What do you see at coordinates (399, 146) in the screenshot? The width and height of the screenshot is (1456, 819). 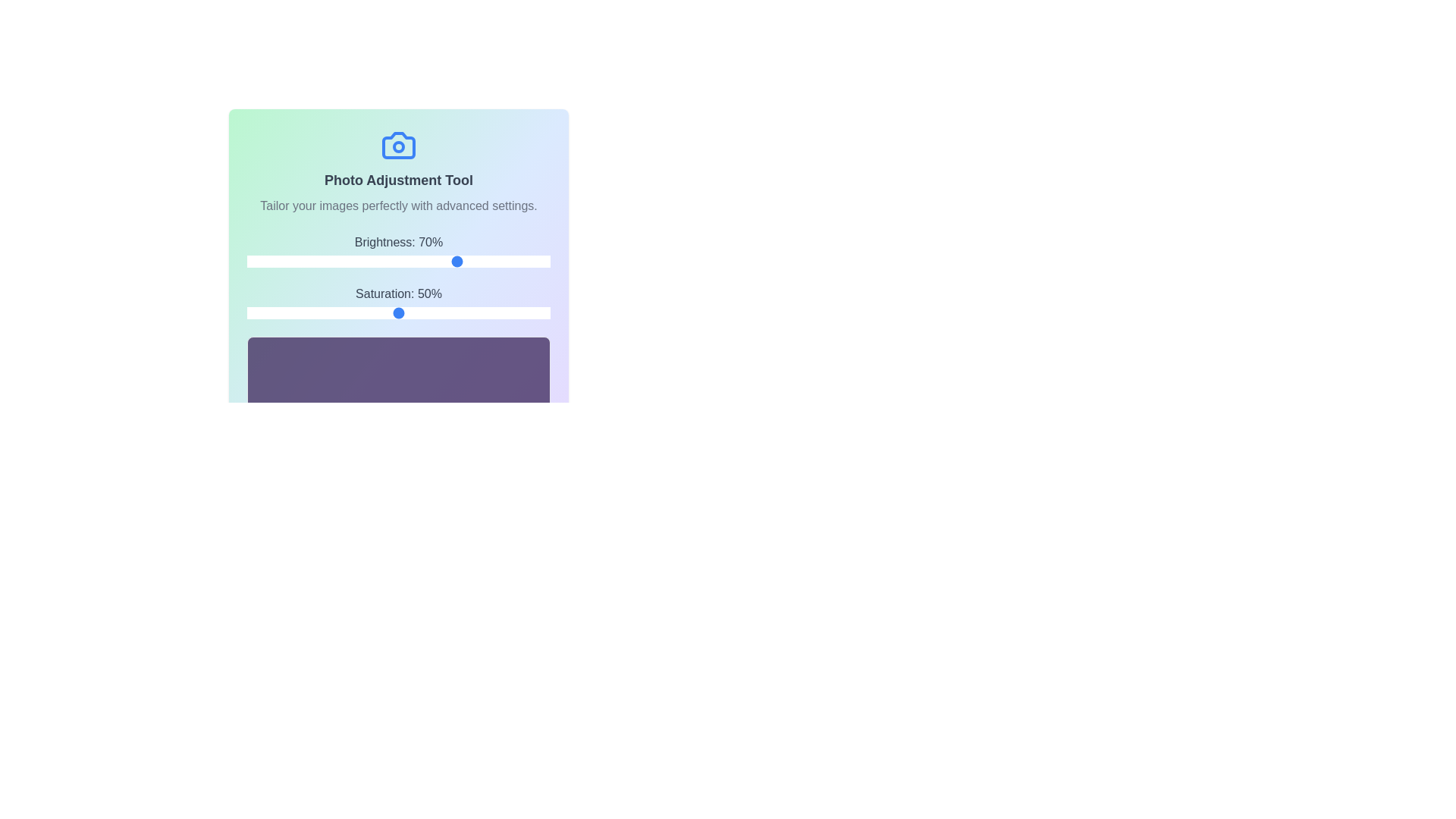 I see `the camera icon to view its effect` at bounding box center [399, 146].